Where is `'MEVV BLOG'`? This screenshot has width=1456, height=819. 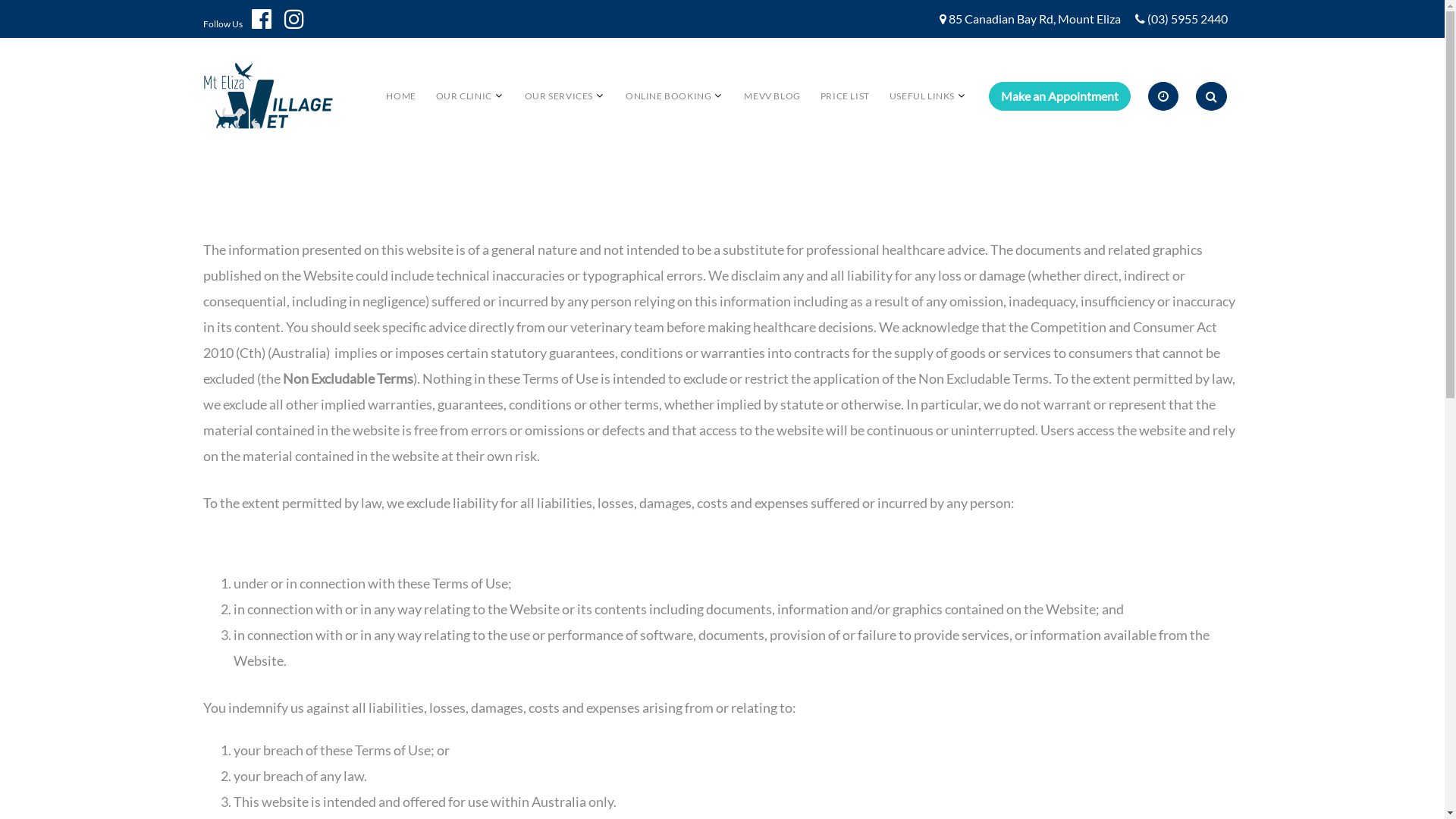 'MEVV BLOG' is located at coordinates (771, 96).